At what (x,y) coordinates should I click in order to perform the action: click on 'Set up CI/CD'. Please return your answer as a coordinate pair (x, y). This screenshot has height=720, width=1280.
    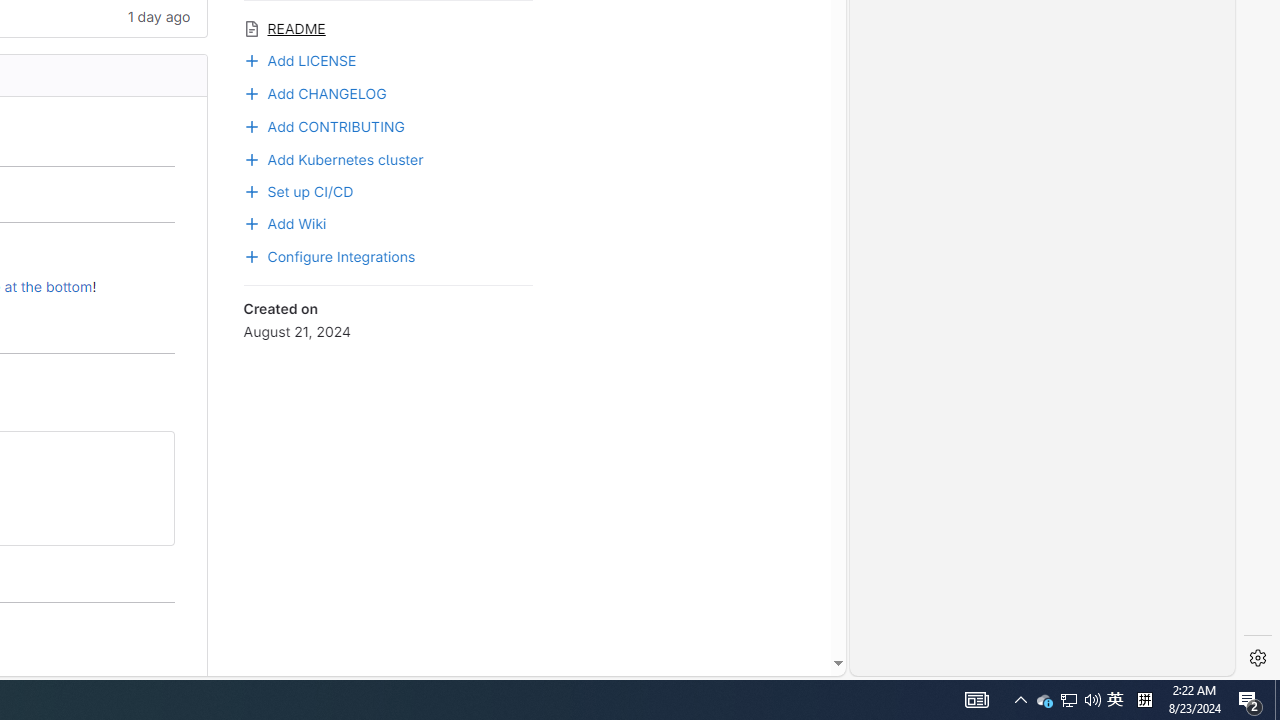
    Looking at the image, I should click on (297, 189).